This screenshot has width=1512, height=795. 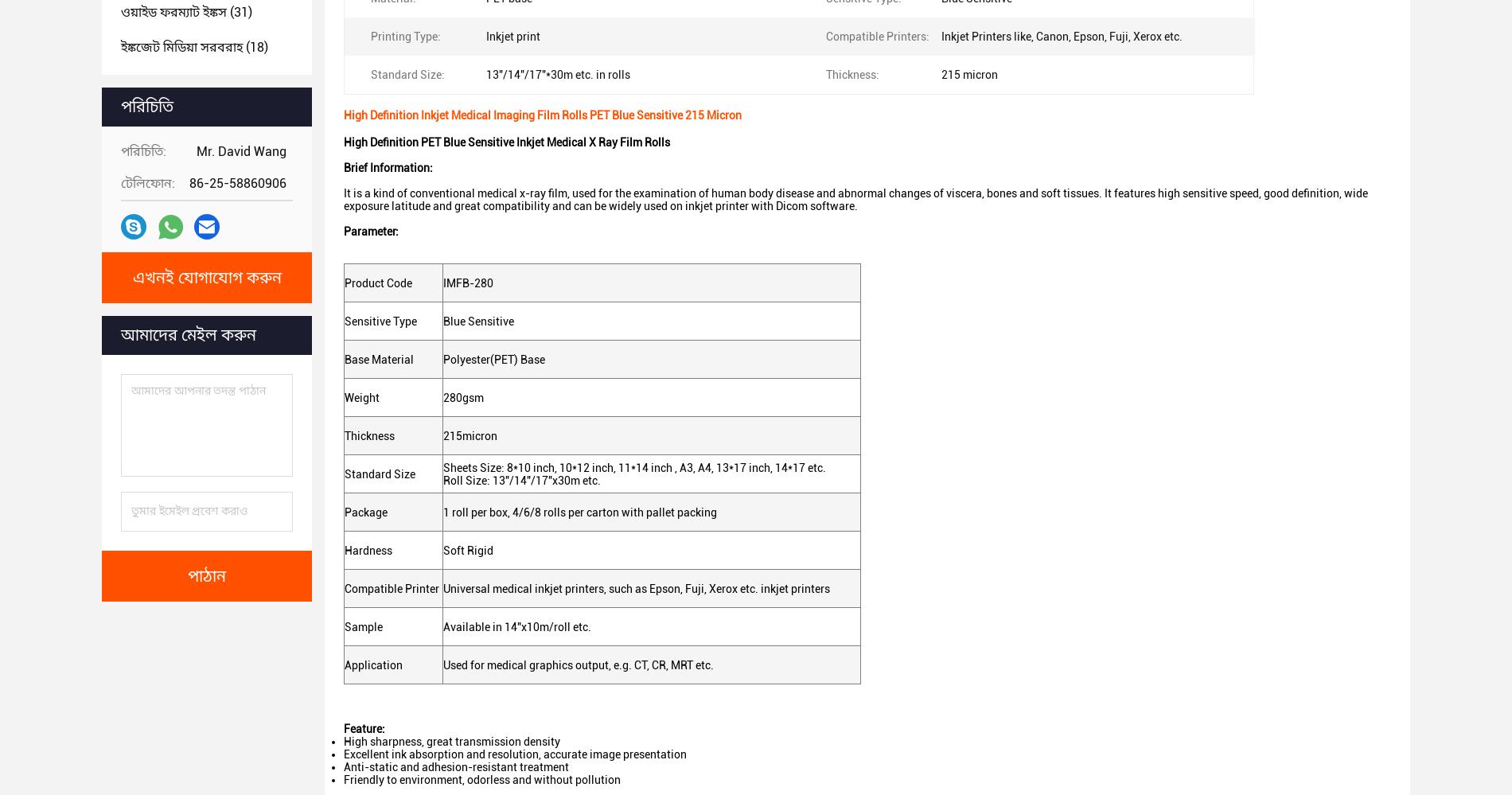 What do you see at coordinates (393, 587) in the screenshot?
I see `'Compatible Printer'` at bounding box center [393, 587].